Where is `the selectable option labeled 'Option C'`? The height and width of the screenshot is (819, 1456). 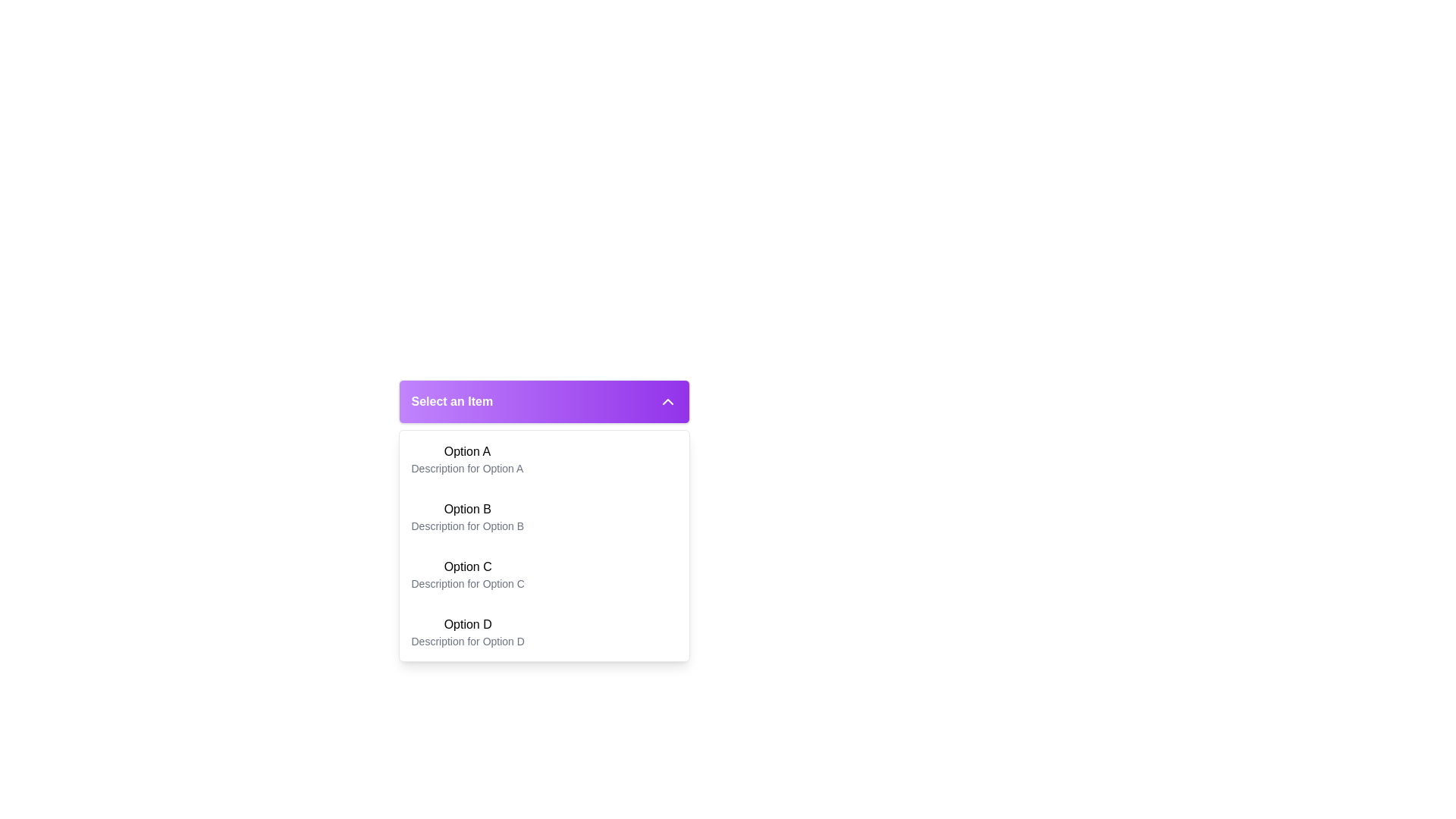 the selectable option labeled 'Option C' is located at coordinates (544, 575).